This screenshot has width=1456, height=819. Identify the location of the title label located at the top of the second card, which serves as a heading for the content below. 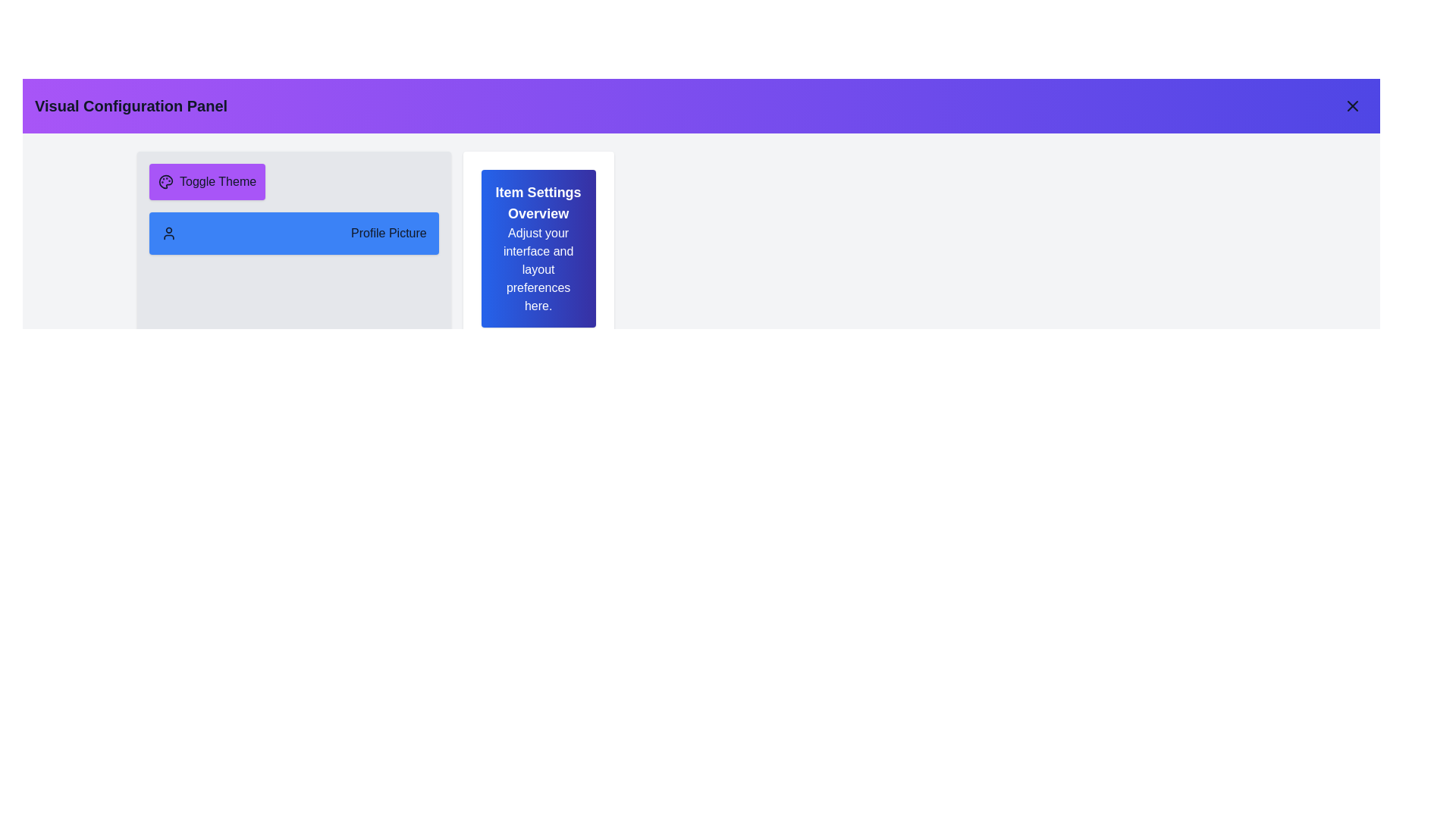
(538, 202).